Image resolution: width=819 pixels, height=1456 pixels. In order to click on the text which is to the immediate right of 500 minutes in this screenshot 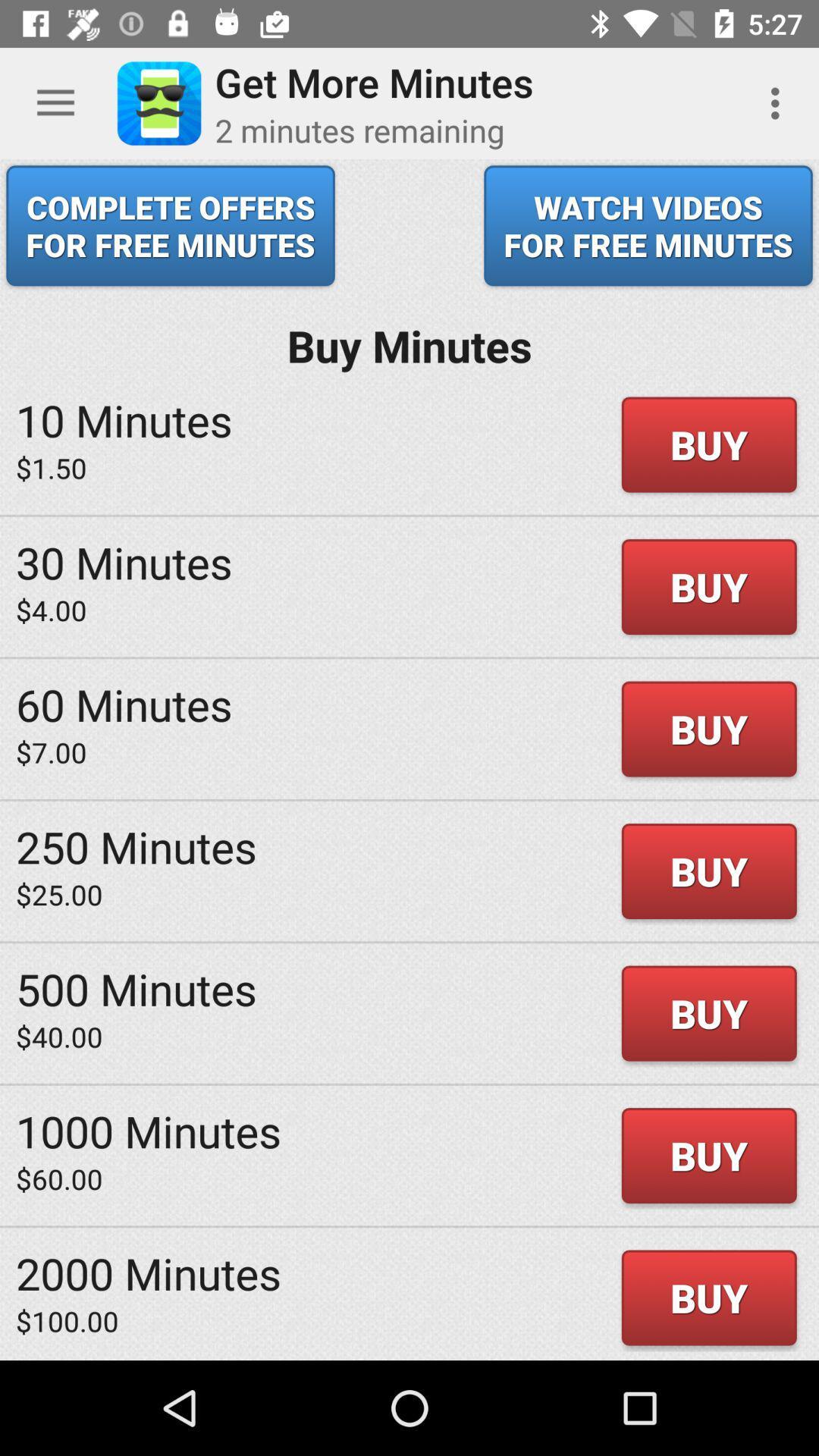, I will do `click(709, 1014)`.